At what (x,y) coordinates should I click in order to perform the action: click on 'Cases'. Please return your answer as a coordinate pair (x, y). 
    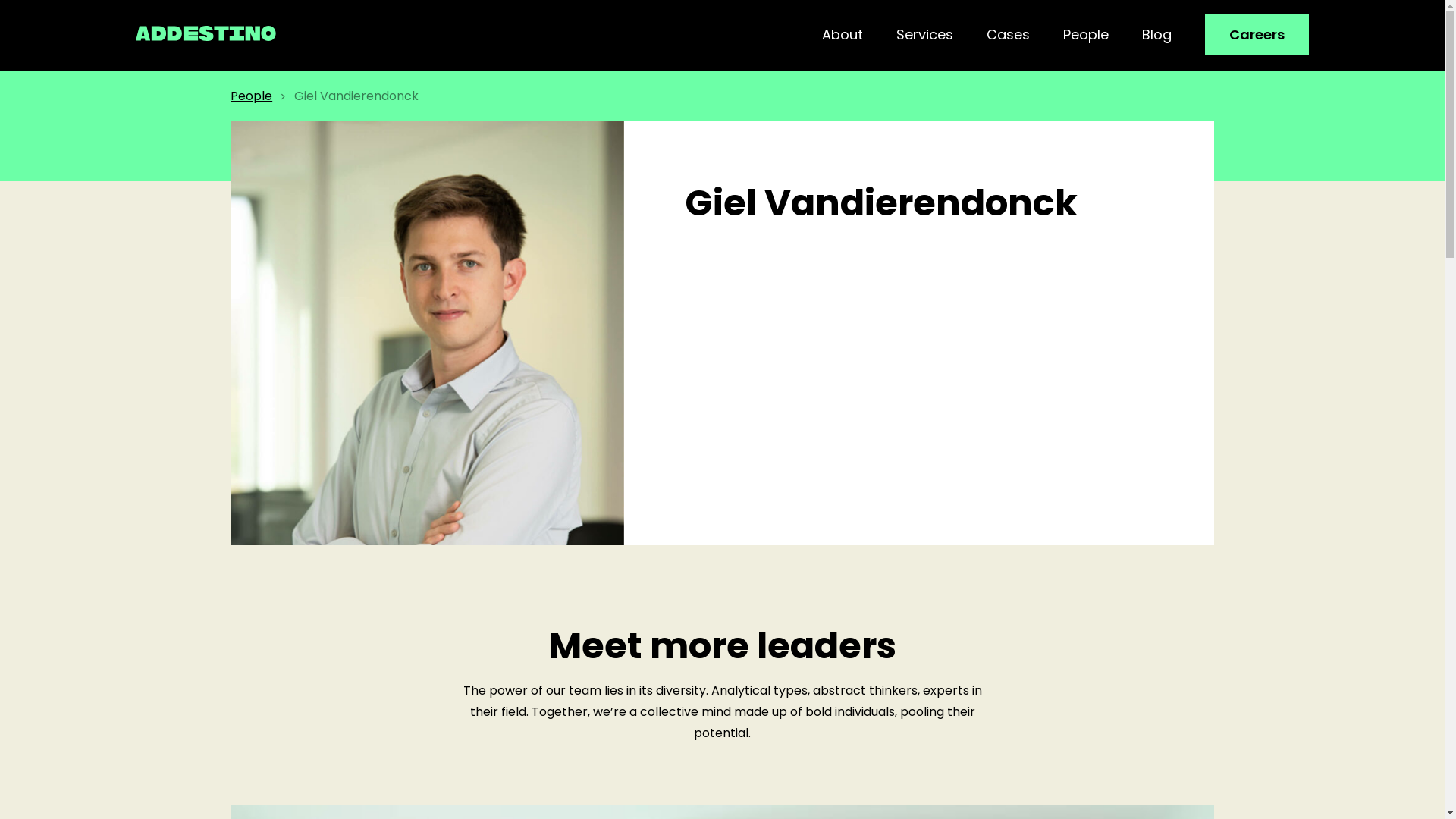
    Looking at the image, I should click on (986, 34).